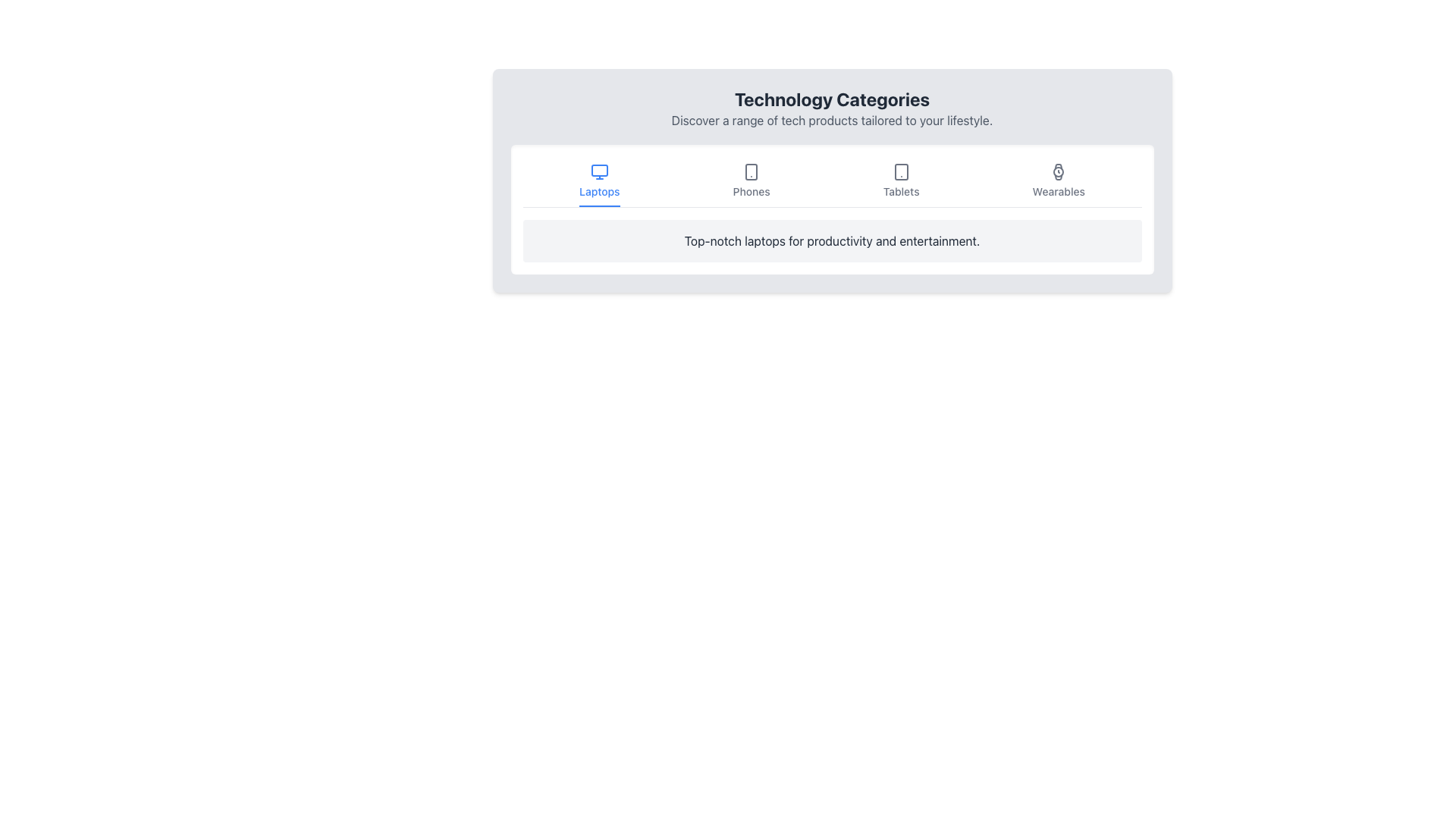  Describe the element at coordinates (1058, 171) in the screenshot. I see `the small circular SVG element that is the central circle within the watch icon, aligned with the text 'Wearables' below, located at the rightmost position in the 'Technology Categories' row` at that location.